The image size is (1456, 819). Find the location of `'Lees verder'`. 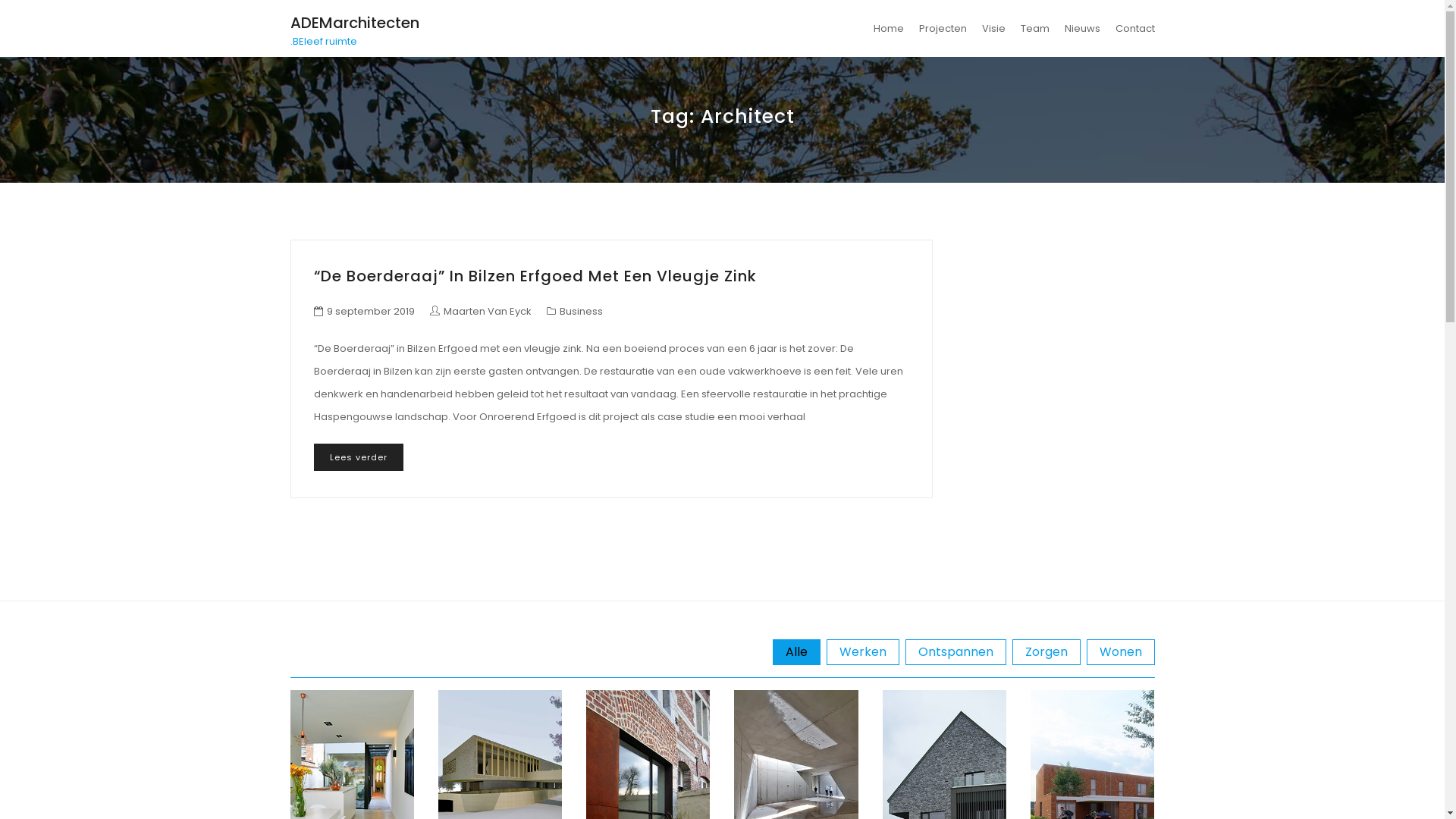

'Lees verder' is located at coordinates (312, 456).